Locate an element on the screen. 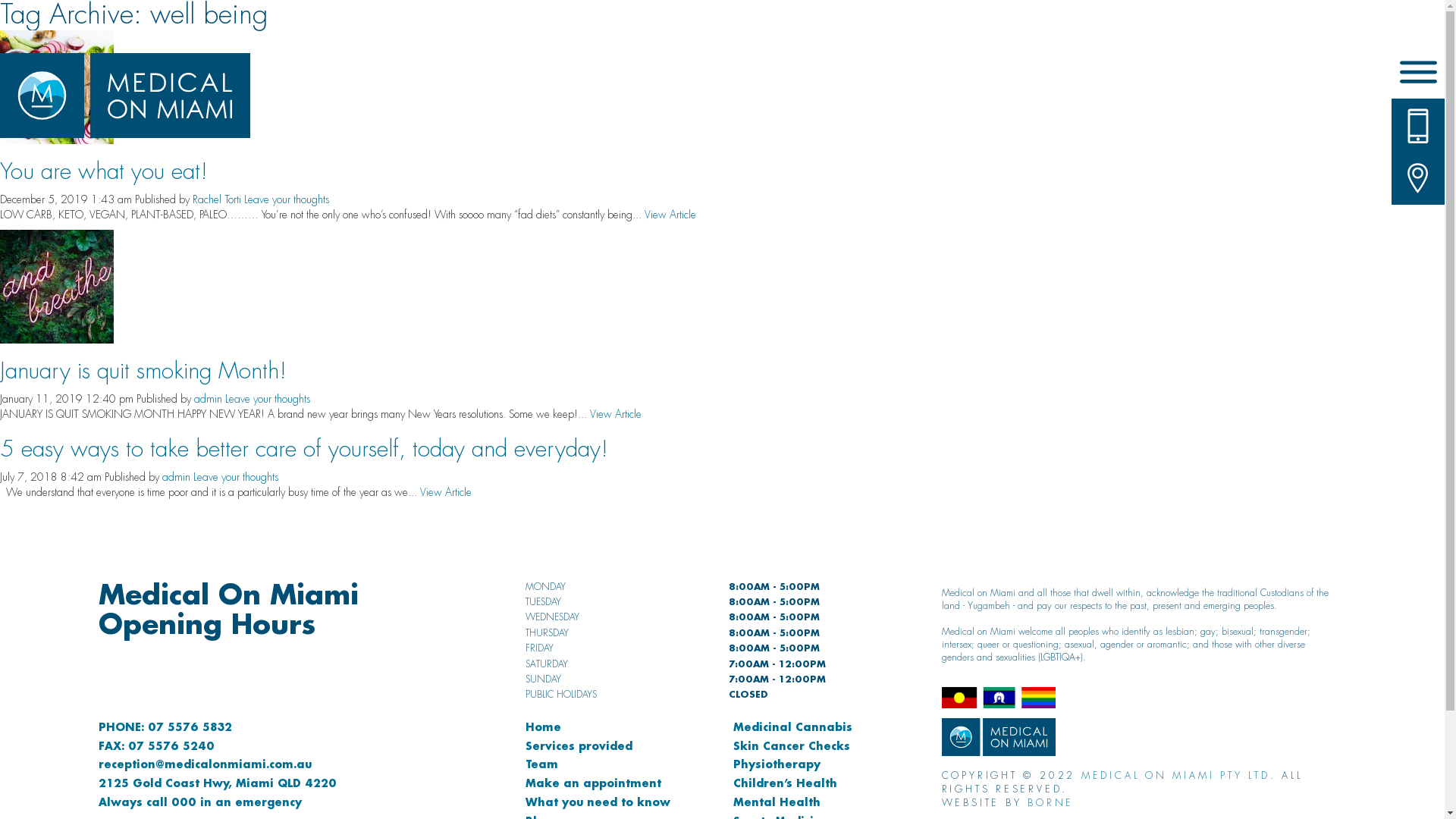 Image resolution: width=1456 pixels, height=819 pixels. 'Team' is located at coordinates (541, 764).